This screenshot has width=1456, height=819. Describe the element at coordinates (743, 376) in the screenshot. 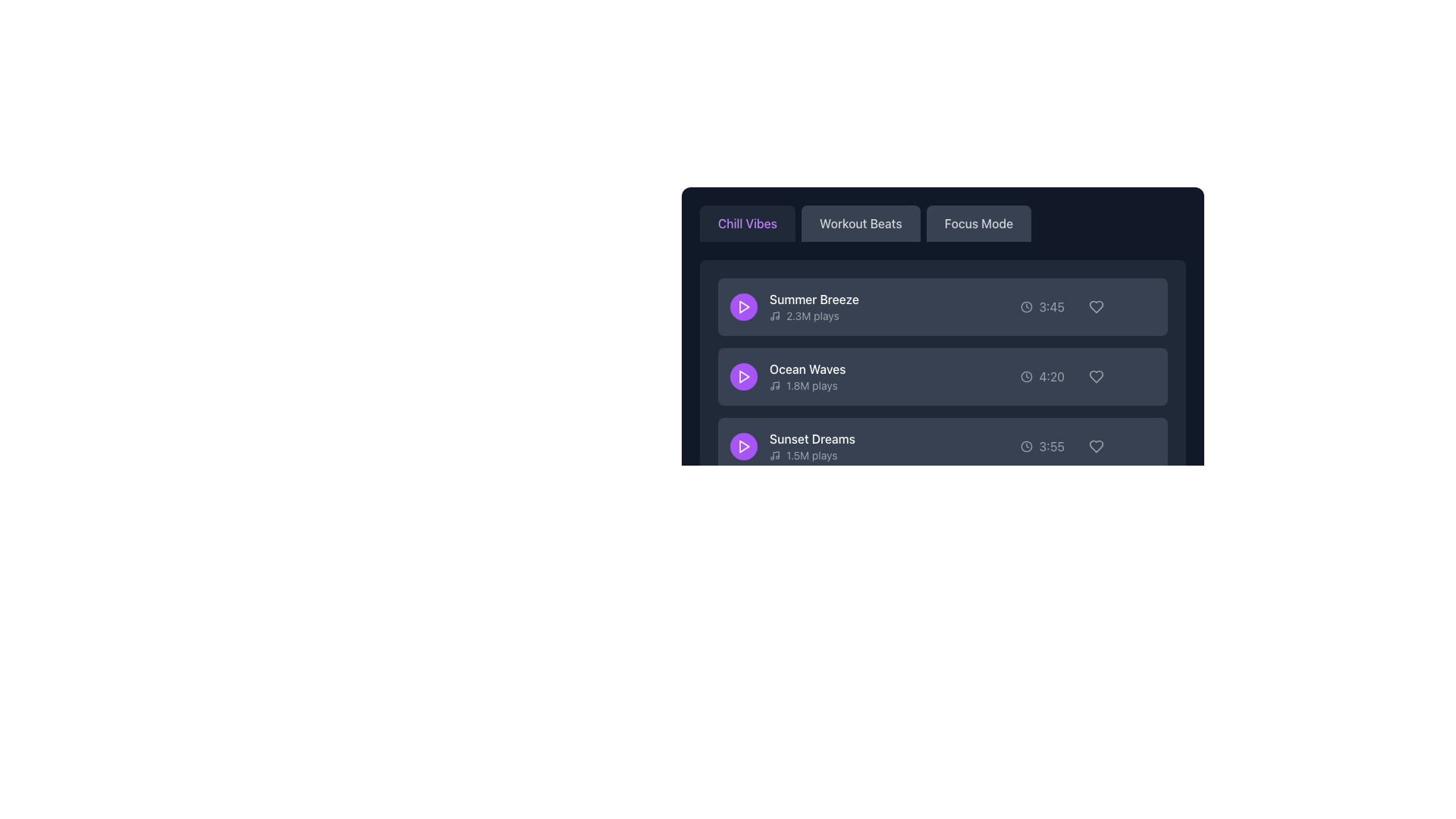

I see `the play button with a purple circular background and white triangular play icon, located to the left of the text 'Ocean Waves' and '1.8M plays' in the second row of the playlist interface to play the track` at that location.